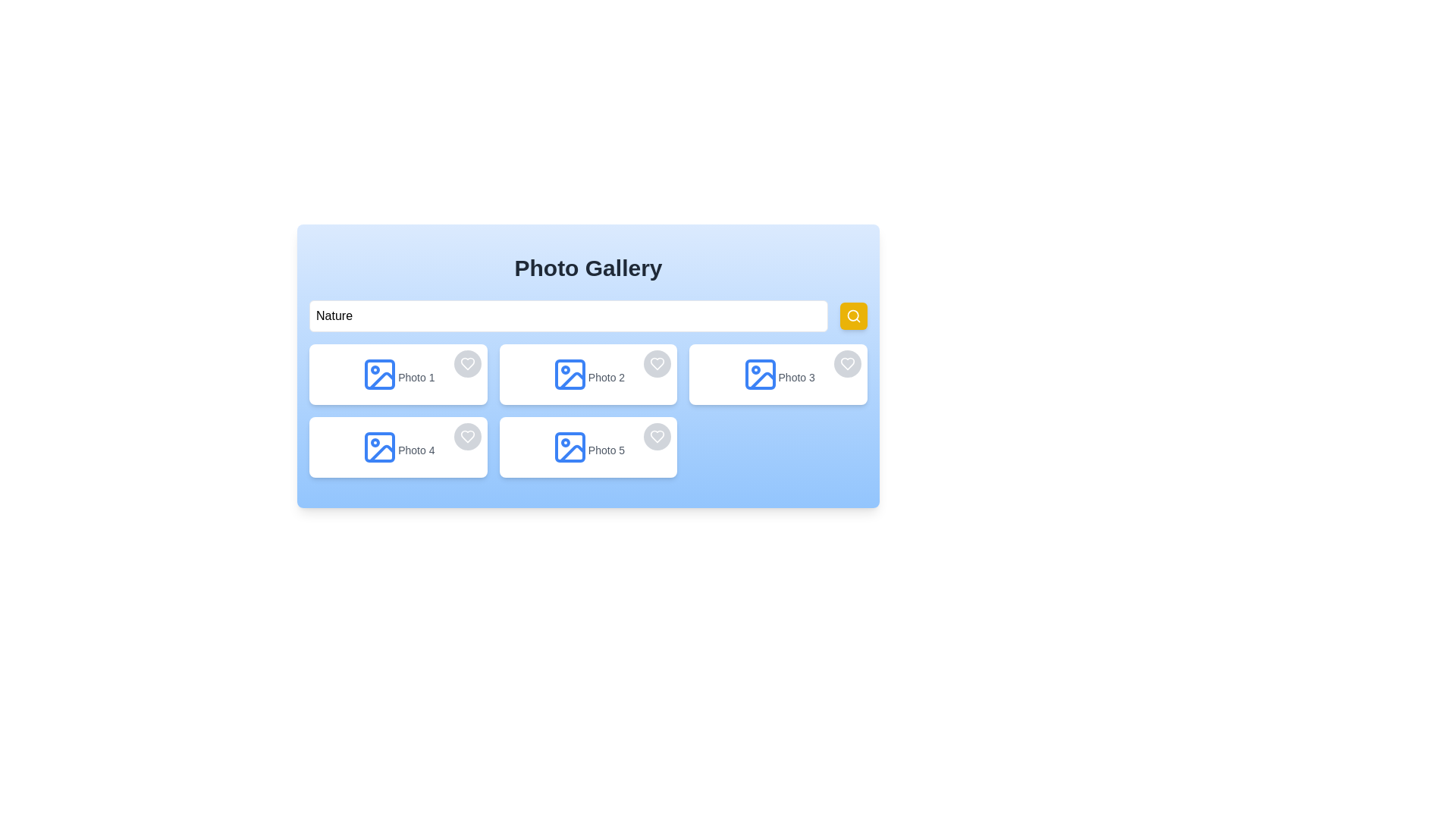 The width and height of the screenshot is (1456, 819). Describe the element at coordinates (657, 363) in the screenshot. I see `the floating 'like' button located at the top-right corner of the card for 'Photo 2'` at that location.